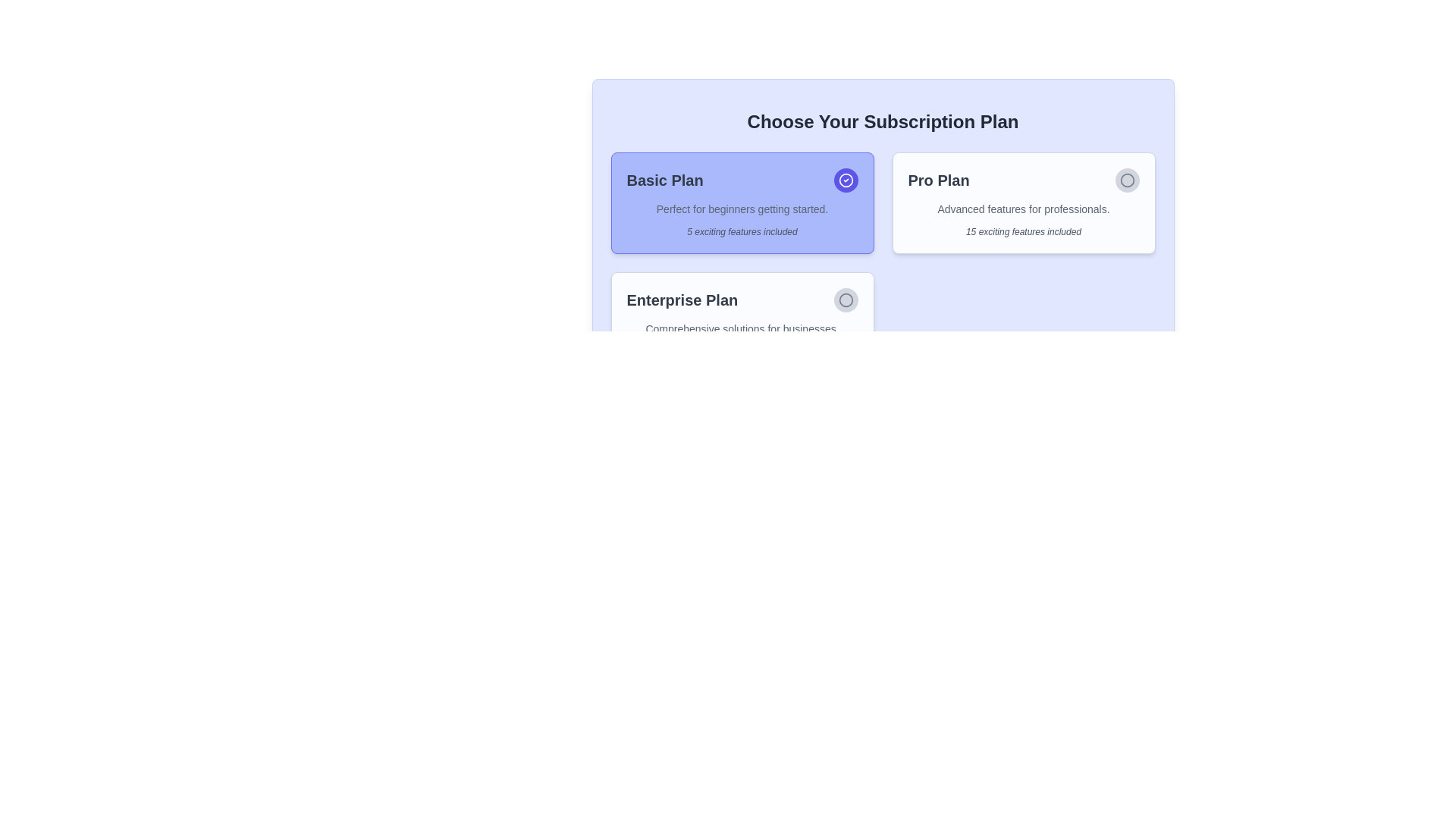 Image resolution: width=1456 pixels, height=819 pixels. I want to click on the circular icon-based button with a gray background located to the right of the 'Enterprise Plan' text for more details, so click(845, 300).